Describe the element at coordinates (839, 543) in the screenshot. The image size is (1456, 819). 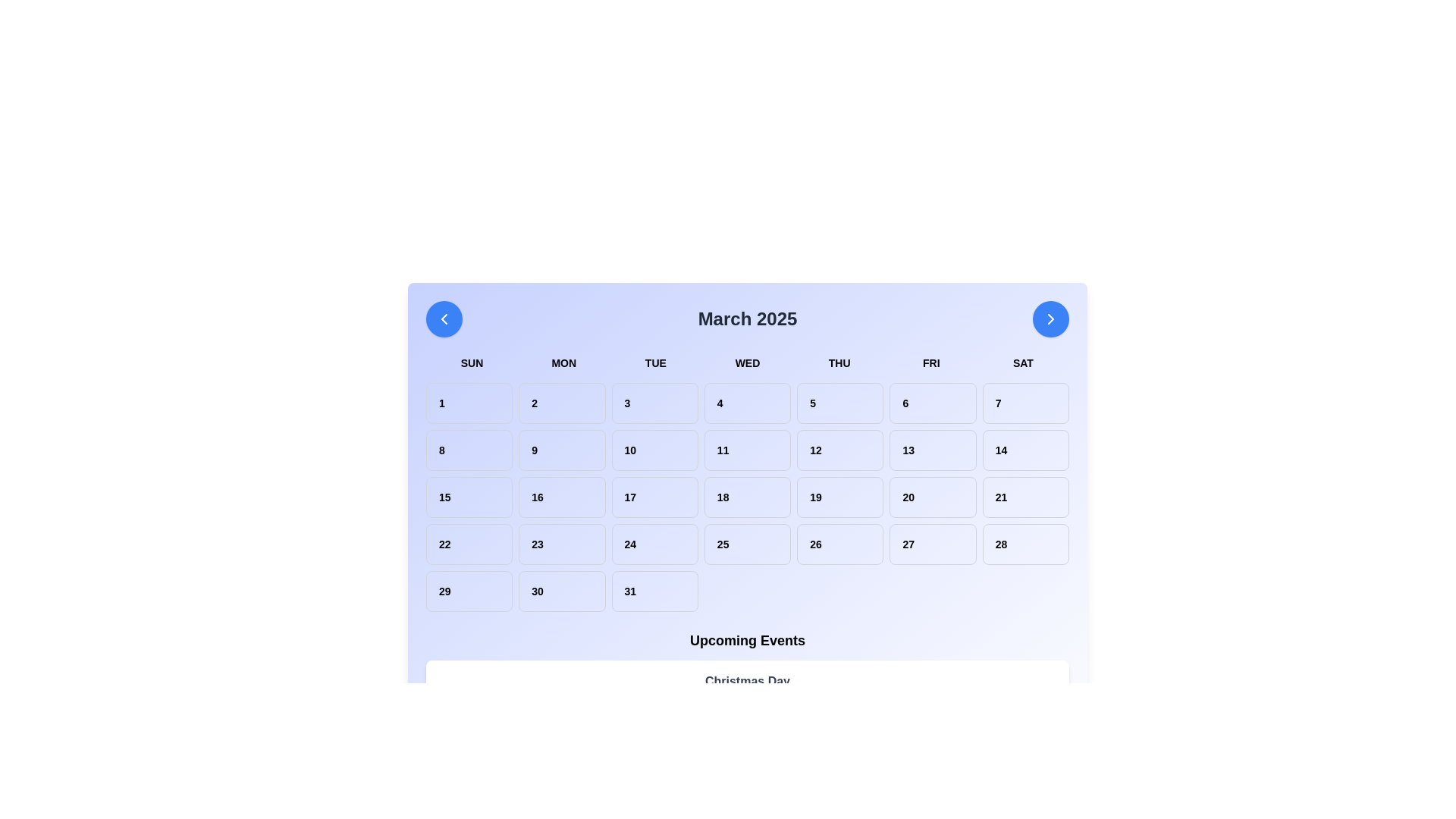
I see `the button representing the calendar date '26'` at that location.